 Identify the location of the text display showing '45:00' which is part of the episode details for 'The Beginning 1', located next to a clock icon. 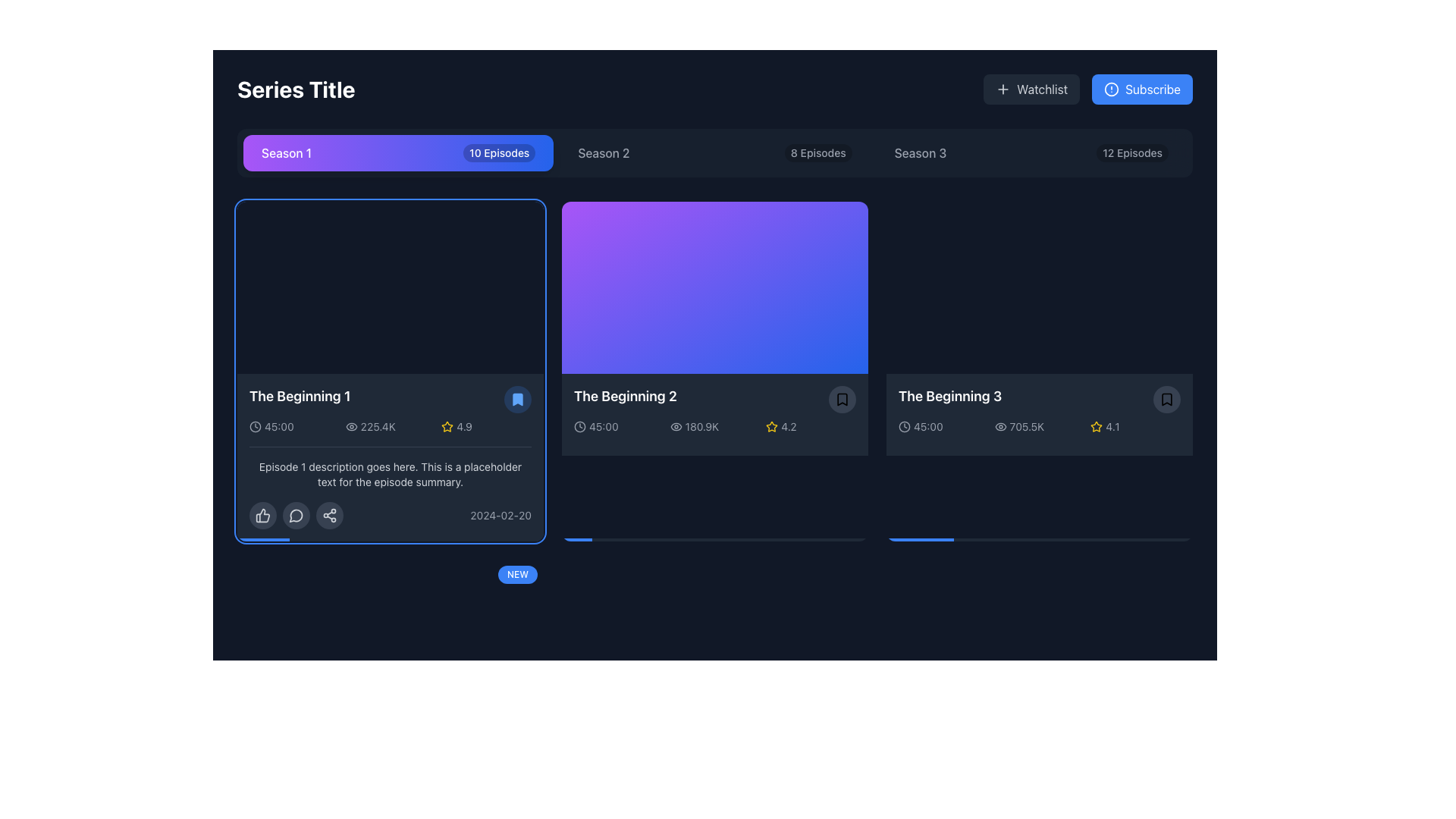
(279, 427).